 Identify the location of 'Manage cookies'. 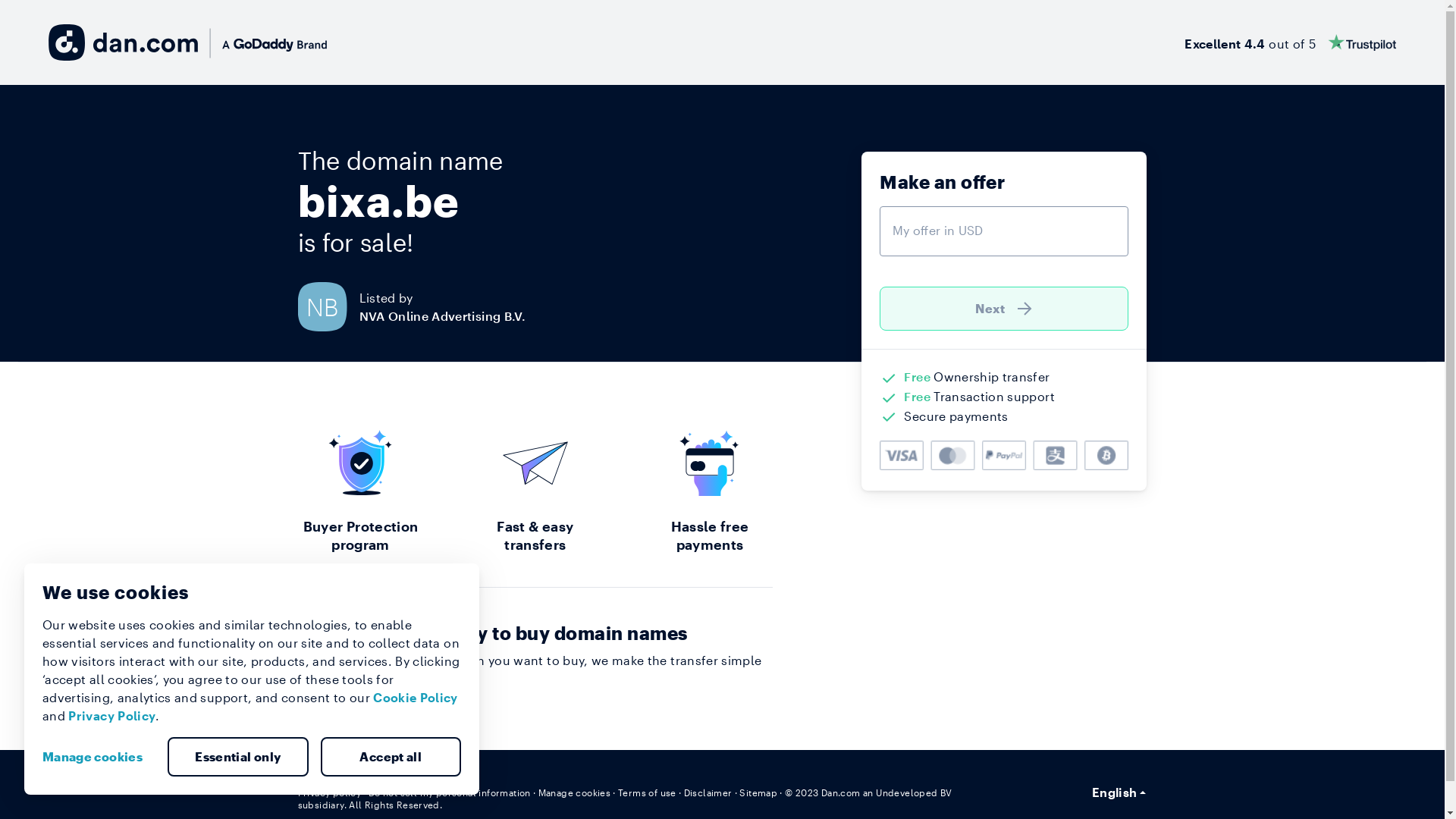
(97, 757).